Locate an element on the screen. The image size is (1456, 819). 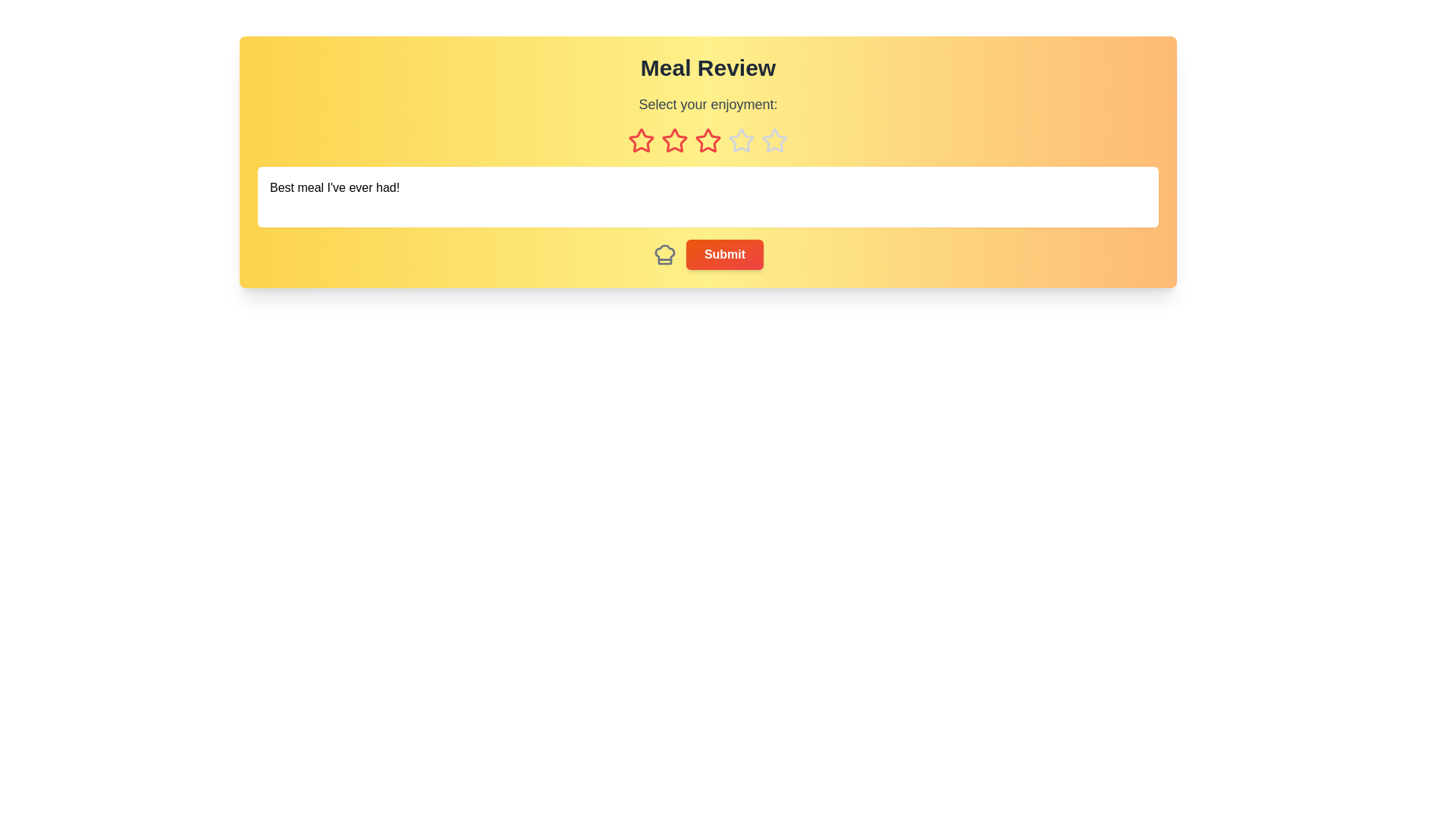
the third interactive rating star in the row of five stars is located at coordinates (706, 140).